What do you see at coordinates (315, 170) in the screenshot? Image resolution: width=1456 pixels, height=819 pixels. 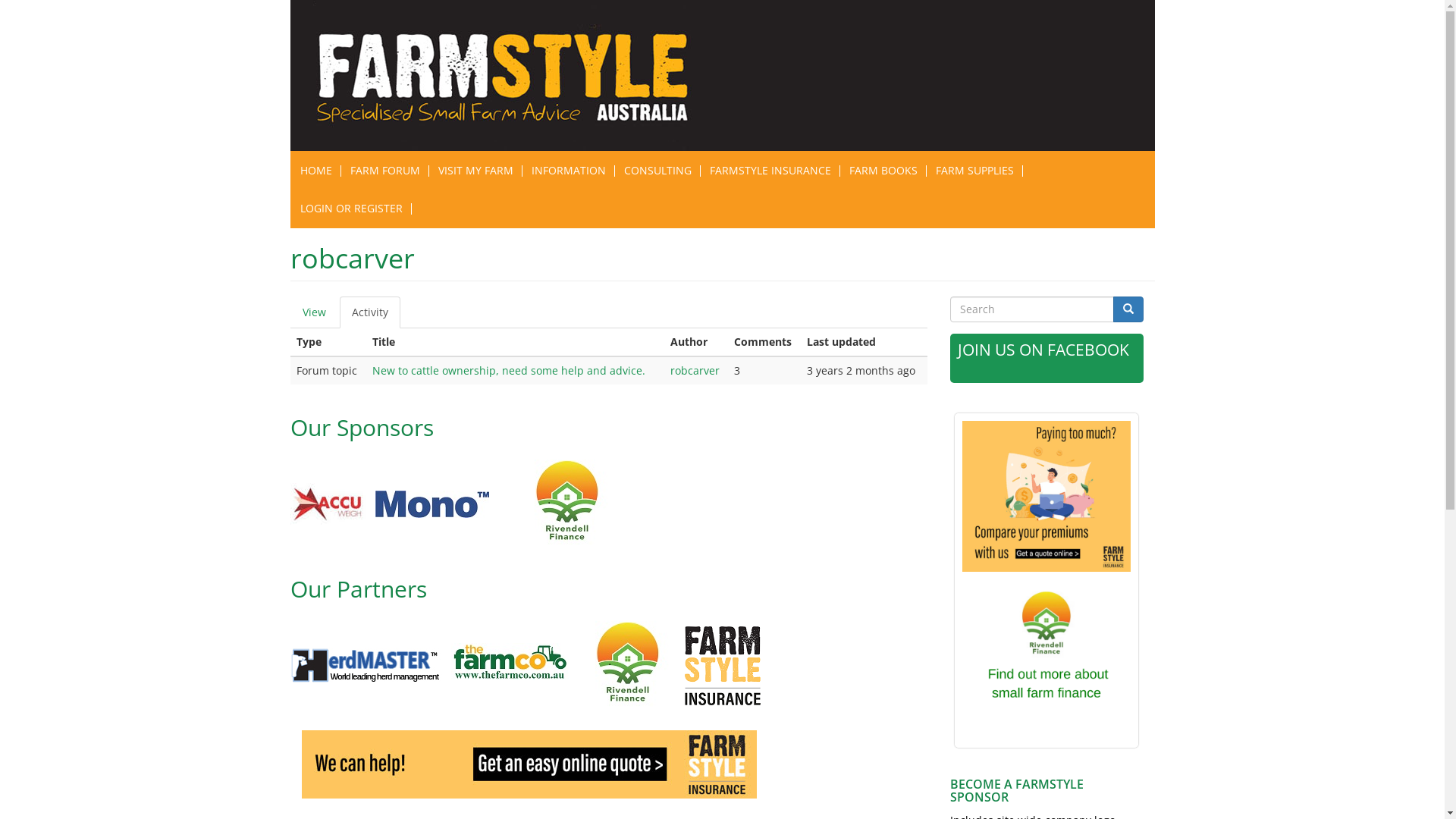 I see `'HOME'` at bounding box center [315, 170].